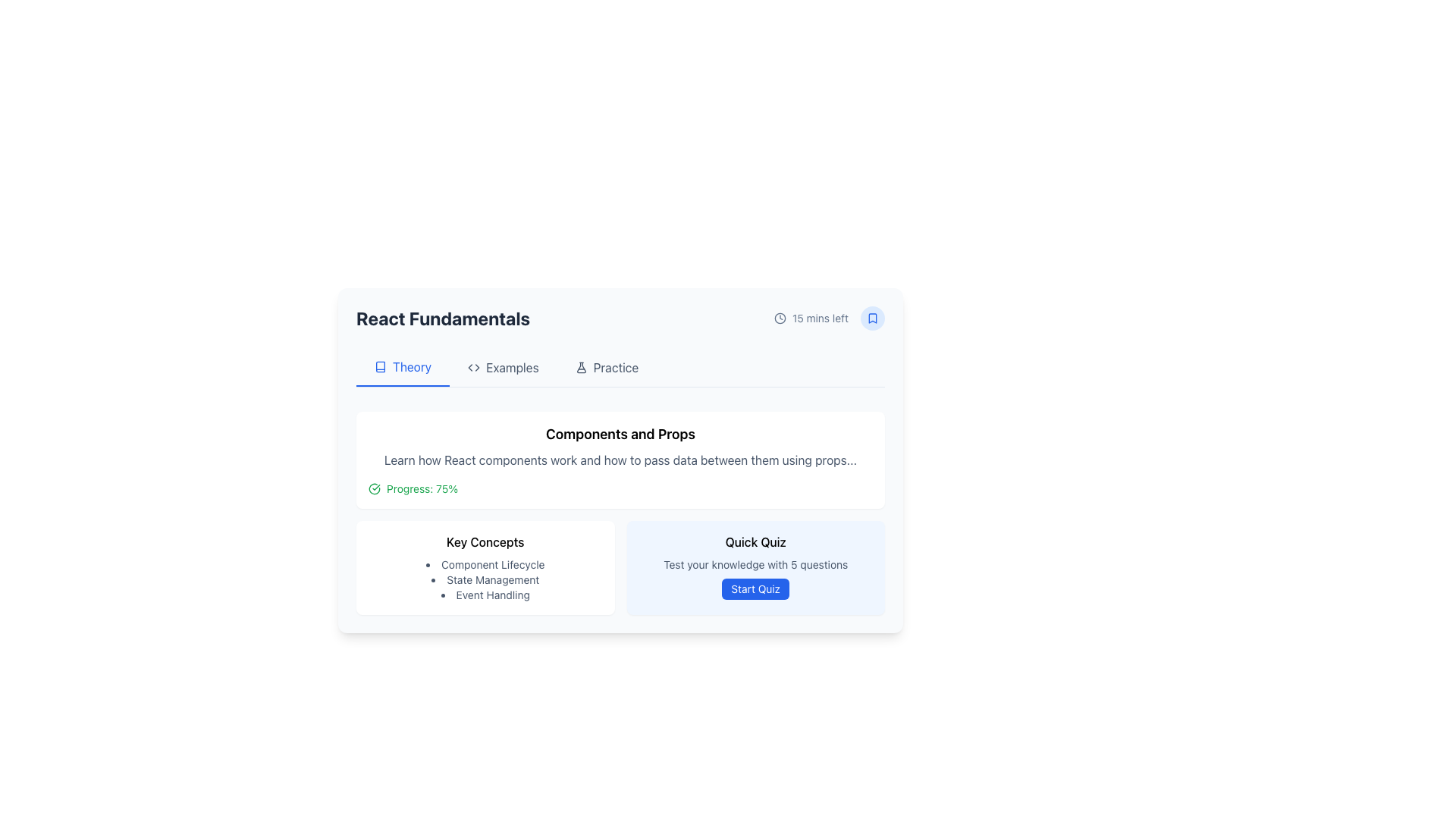 The width and height of the screenshot is (1456, 819). I want to click on text content of the text label that reads 'State Management', which is the second item in the 'Key Concepts' list, so click(485, 579).